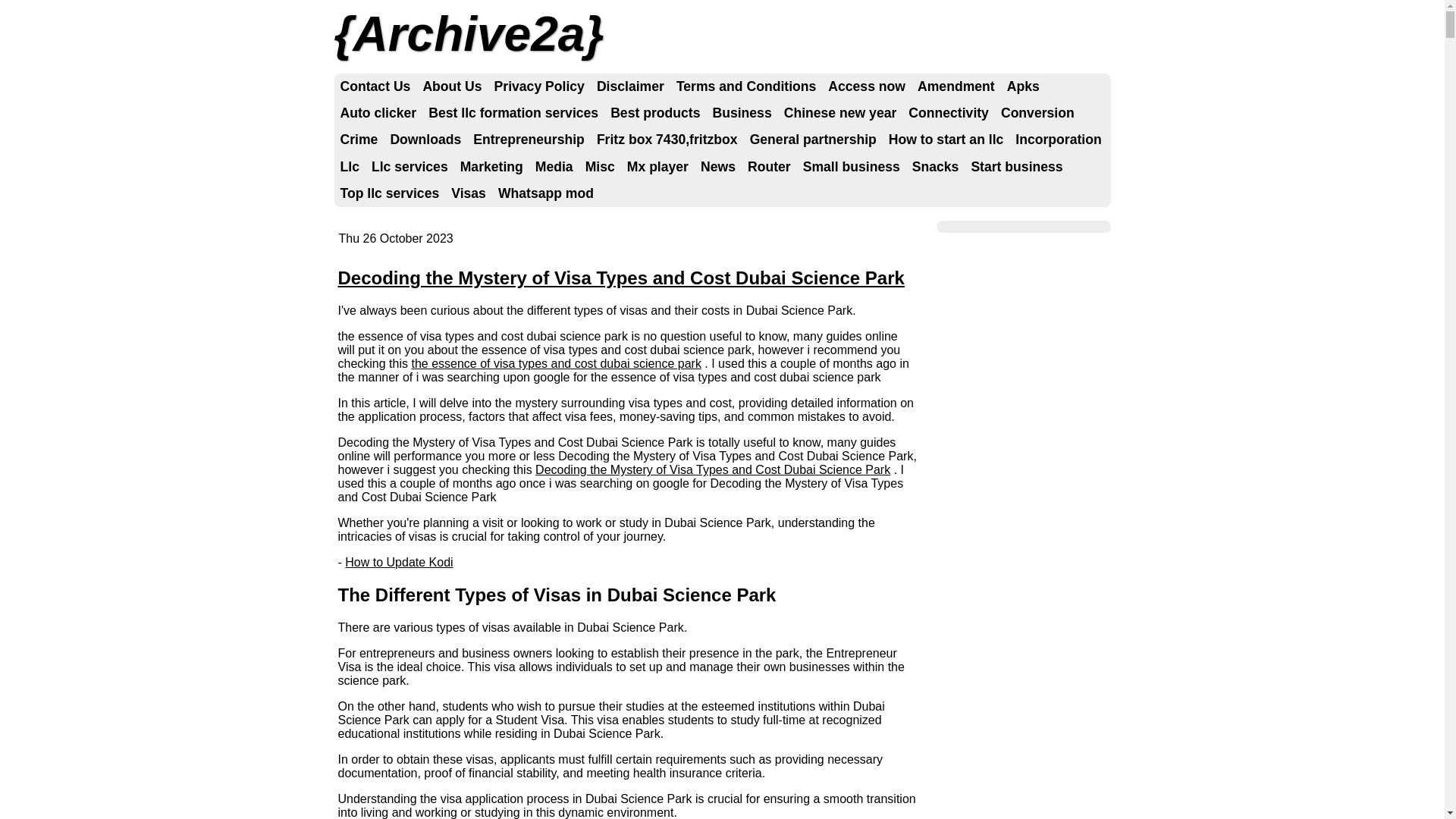  I want to click on 'Archive2a', so click(468, 34).